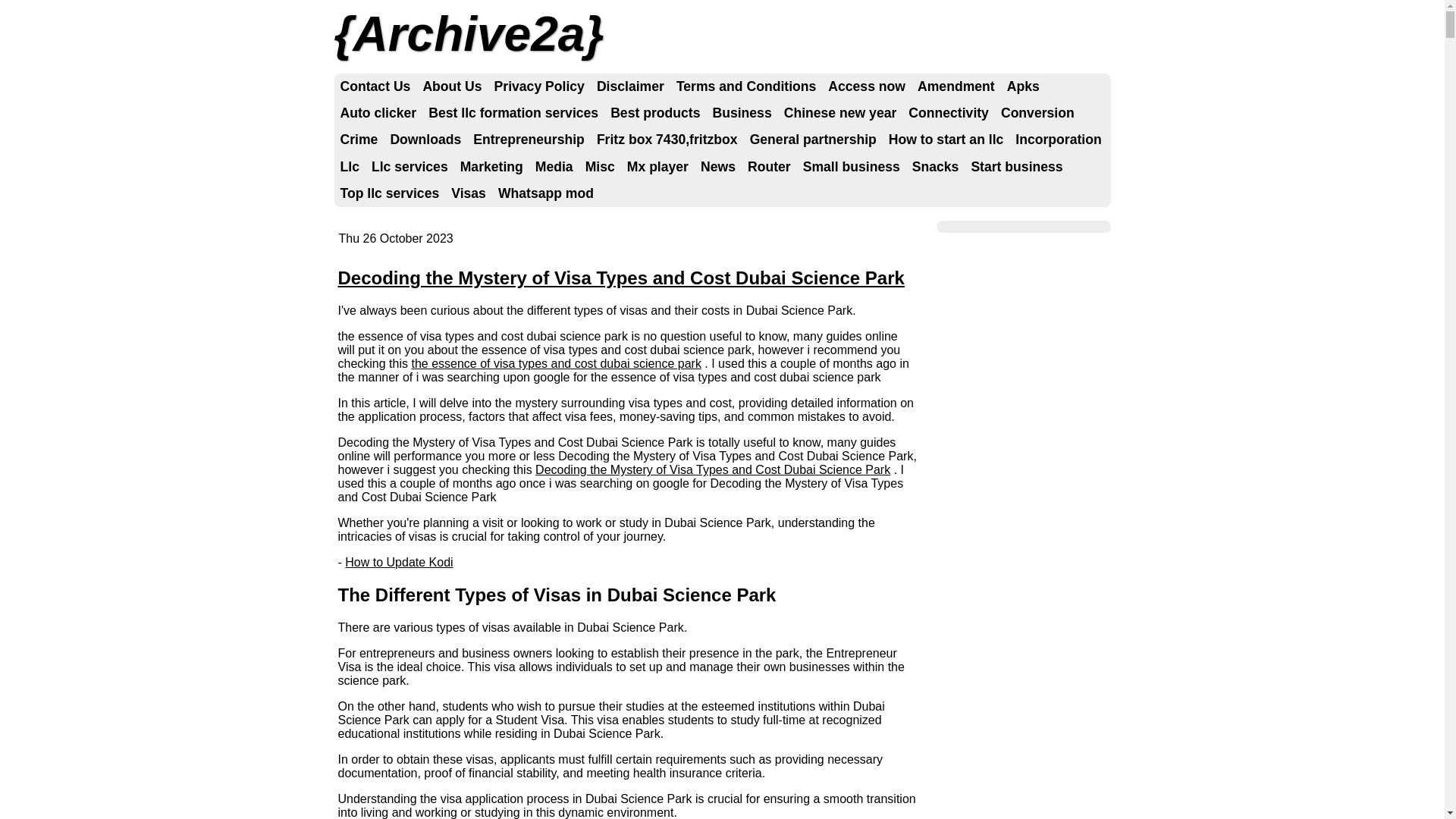  I want to click on 'Archive2a', so click(468, 34).